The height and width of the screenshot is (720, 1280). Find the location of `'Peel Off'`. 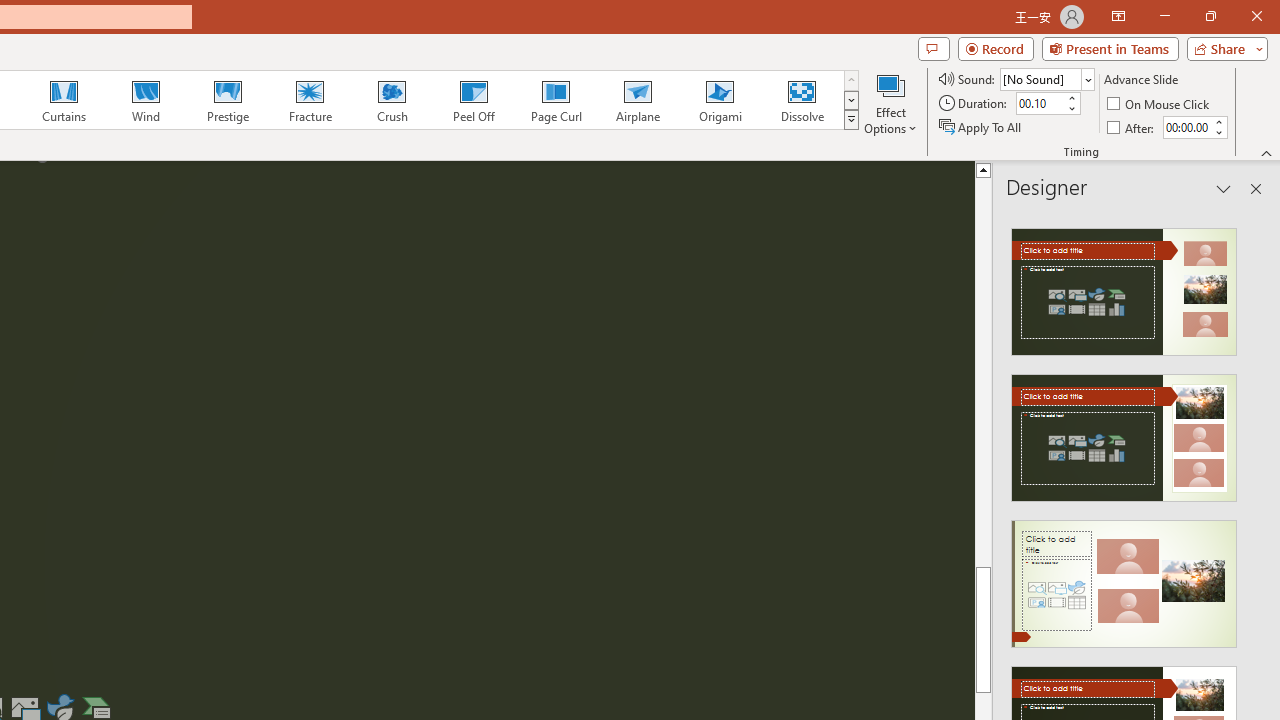

'Peel Off' is located at coordinates (472, 100).